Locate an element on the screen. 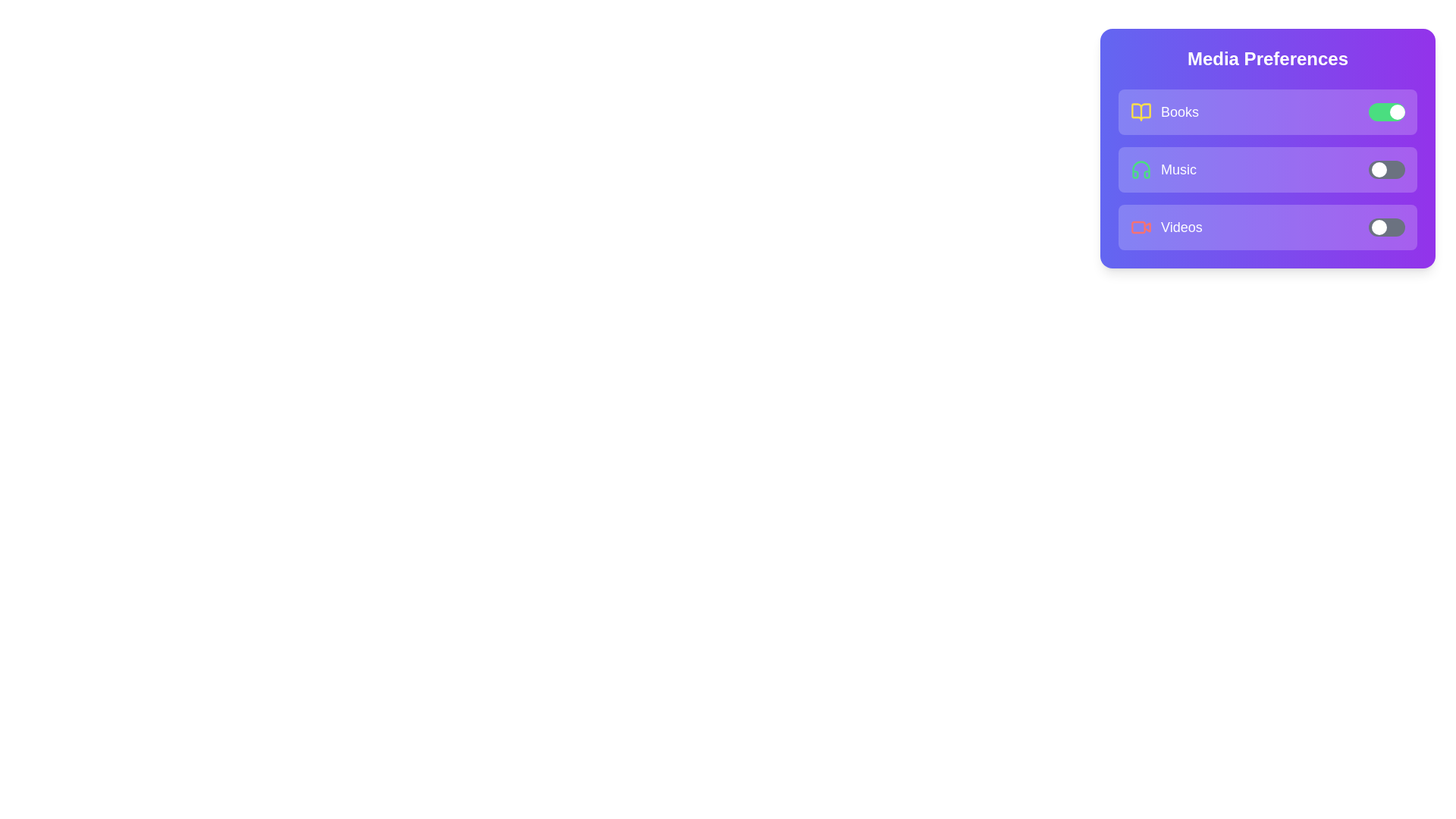 Image resolution: width=1456 pixels, height=819 pixels. the toggle switch in the 'Videos' preference section to change its state is located at coordinates (1267, 227).